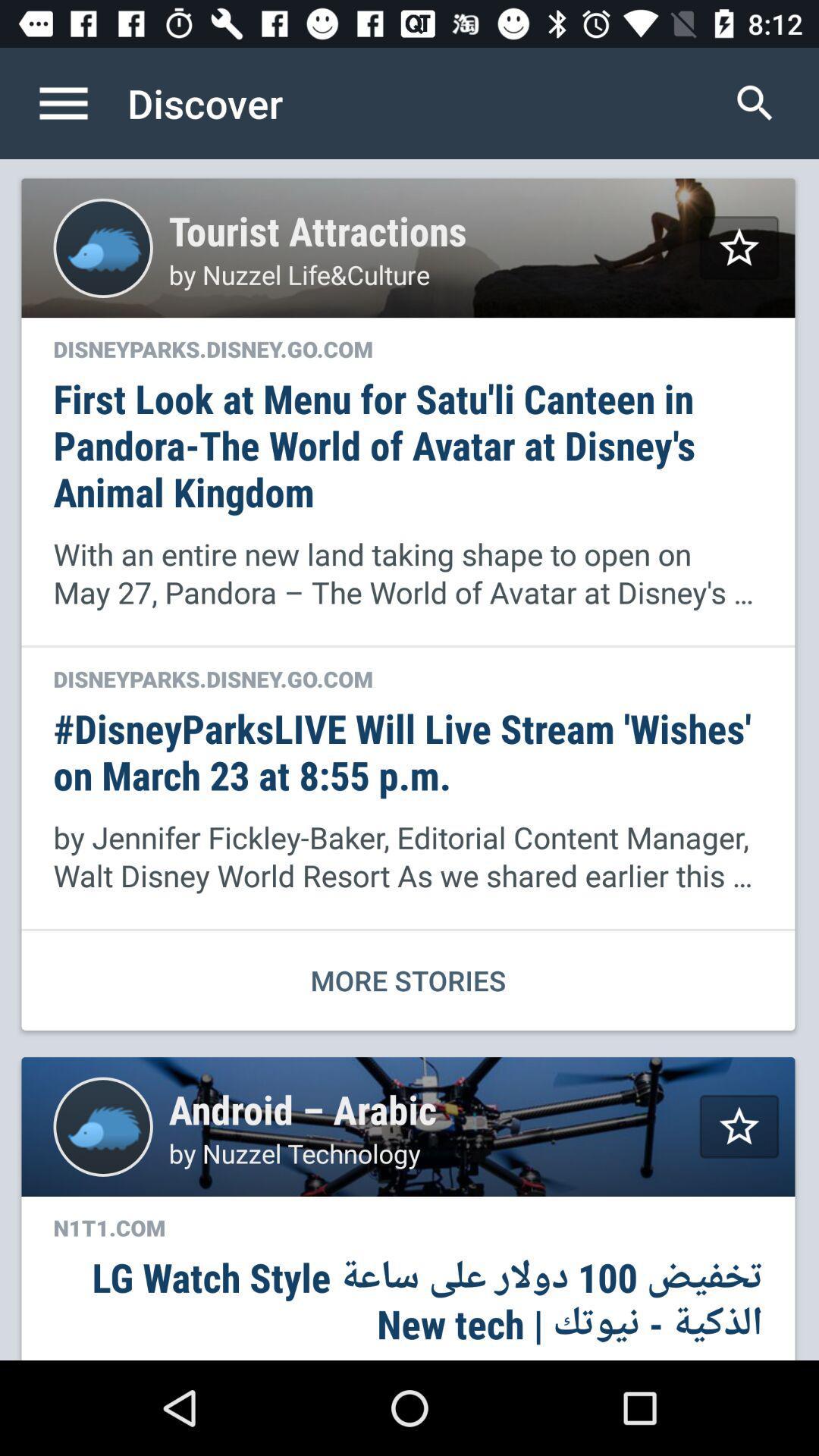  Describe the element at coordinates (739, 1126) in the screenshot. I see `page` at that location.